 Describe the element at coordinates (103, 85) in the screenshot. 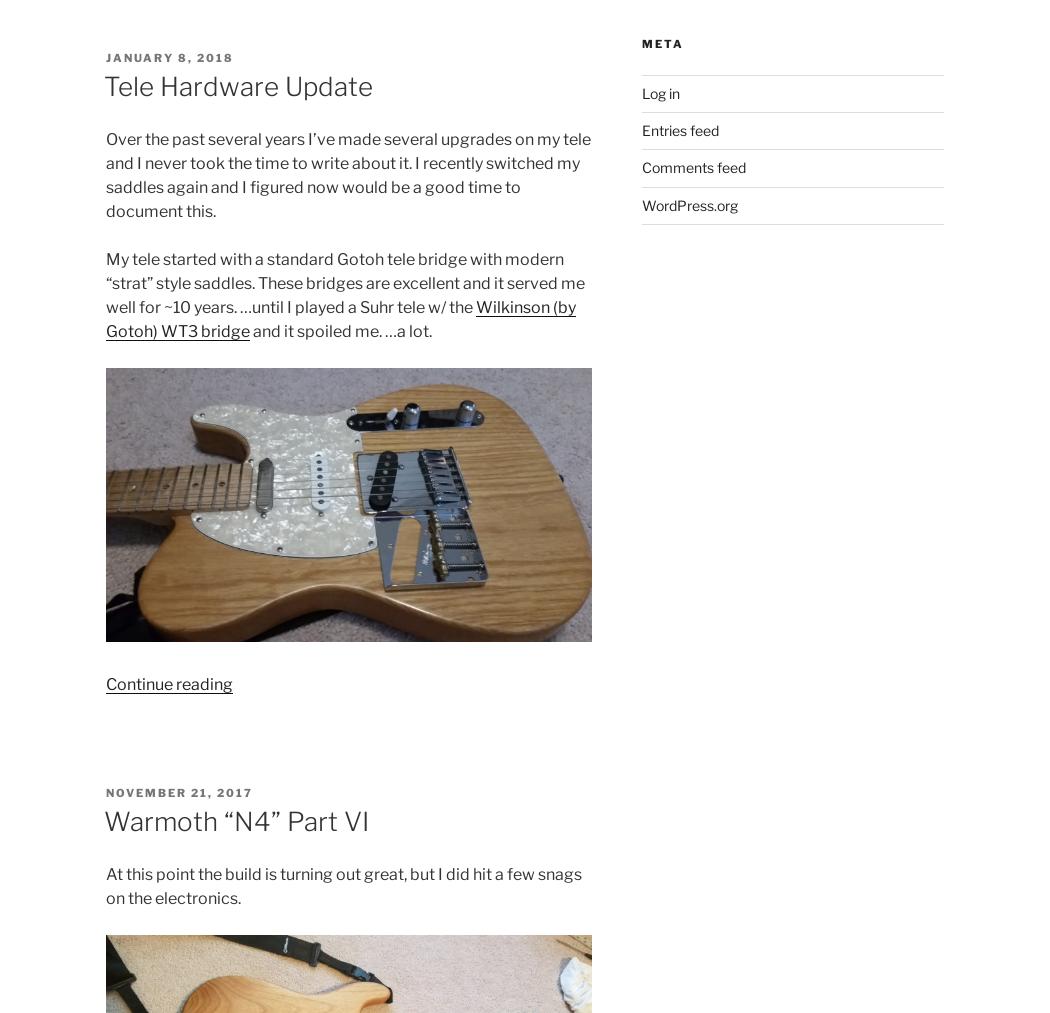

I see `'Tele Hardware Update'` at that location.